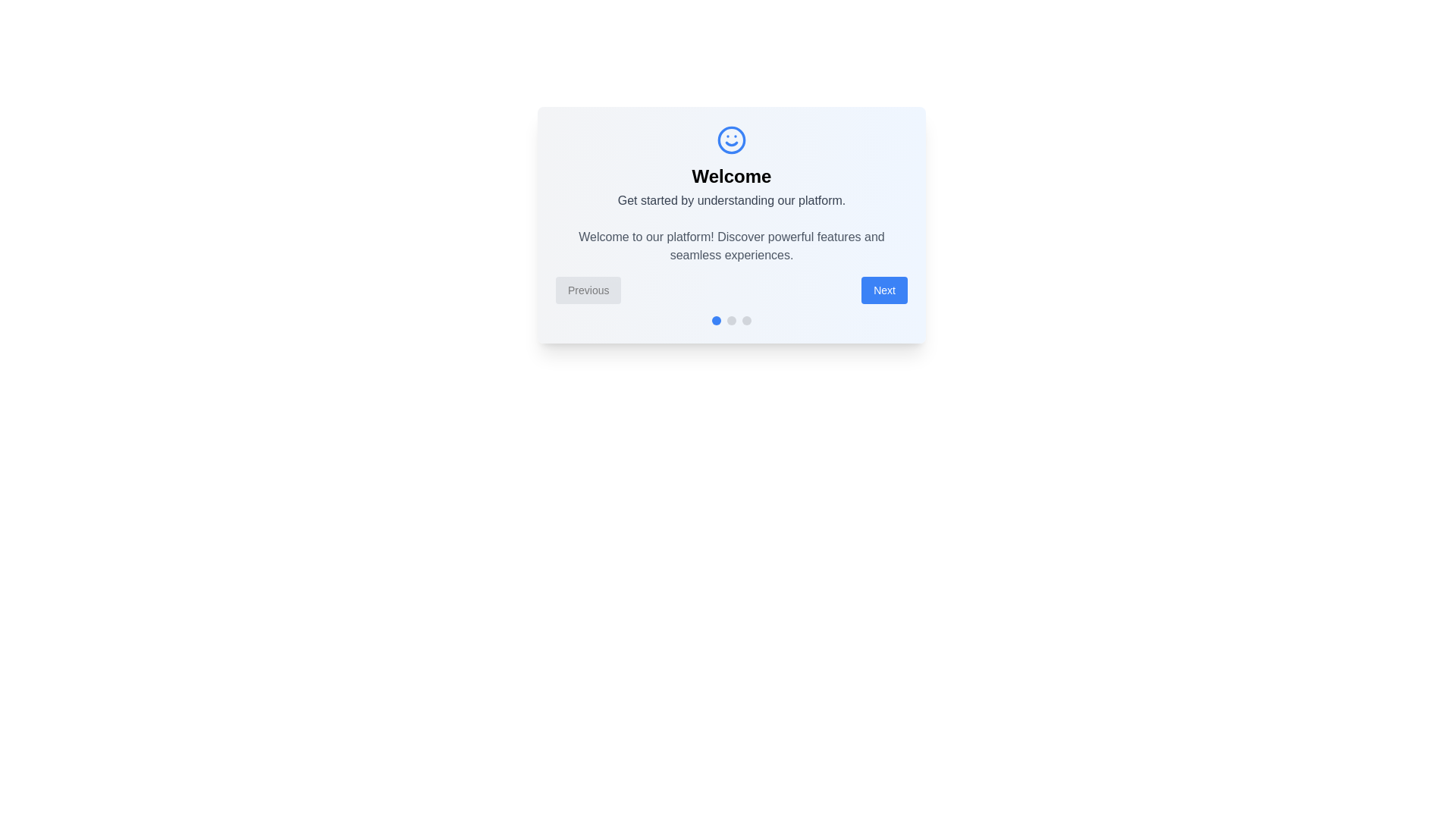  What do you see at coordinates (588, 290) in the screenshot?
I see `the Previous button to navigate between steps` at bounding box center [588, 290].